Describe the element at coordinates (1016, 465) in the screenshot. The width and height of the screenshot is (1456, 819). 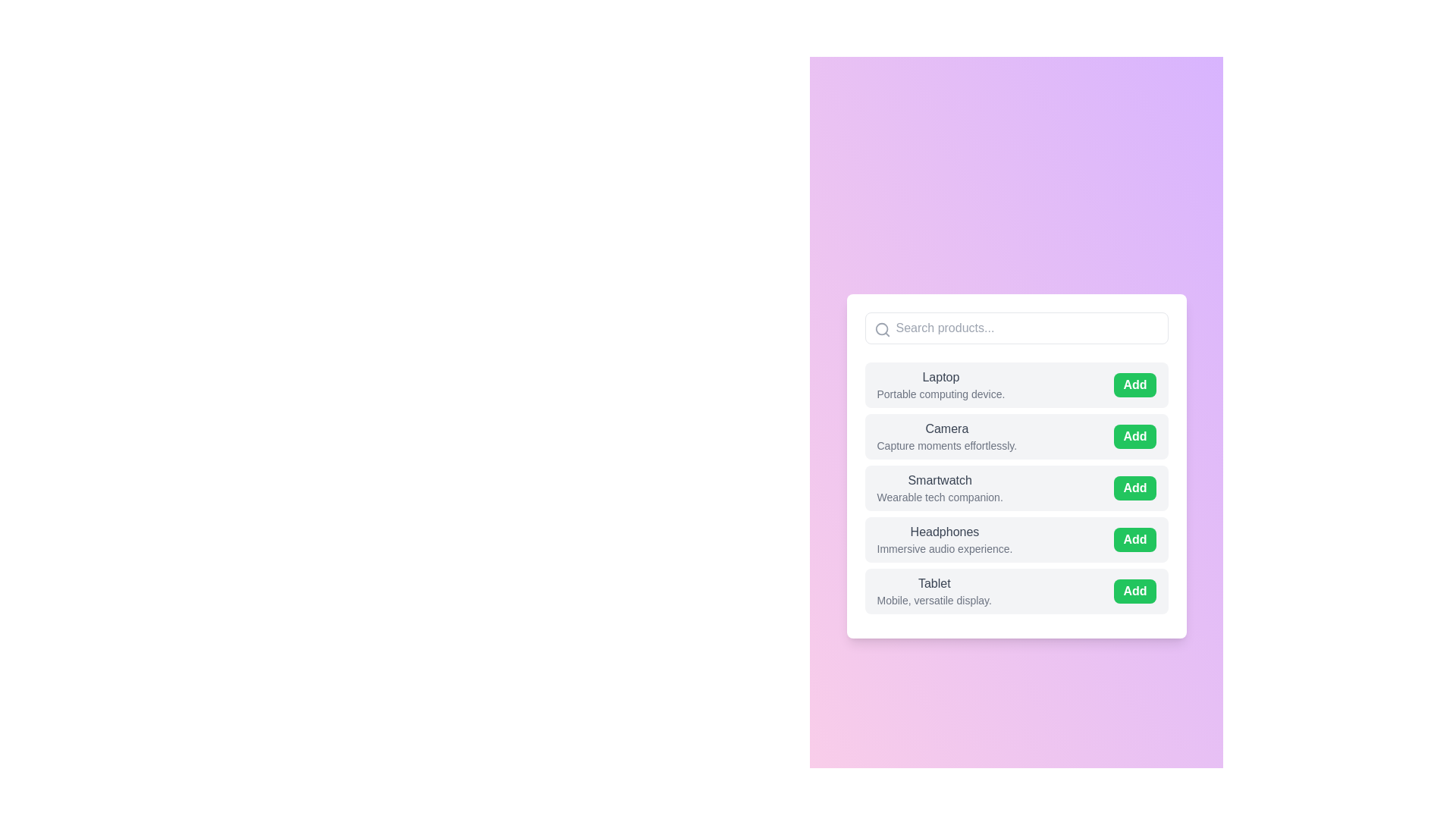
I see `the product name and description for the 'Smartwatch' item in the product list, which is the third row in the list of five items` at that location.